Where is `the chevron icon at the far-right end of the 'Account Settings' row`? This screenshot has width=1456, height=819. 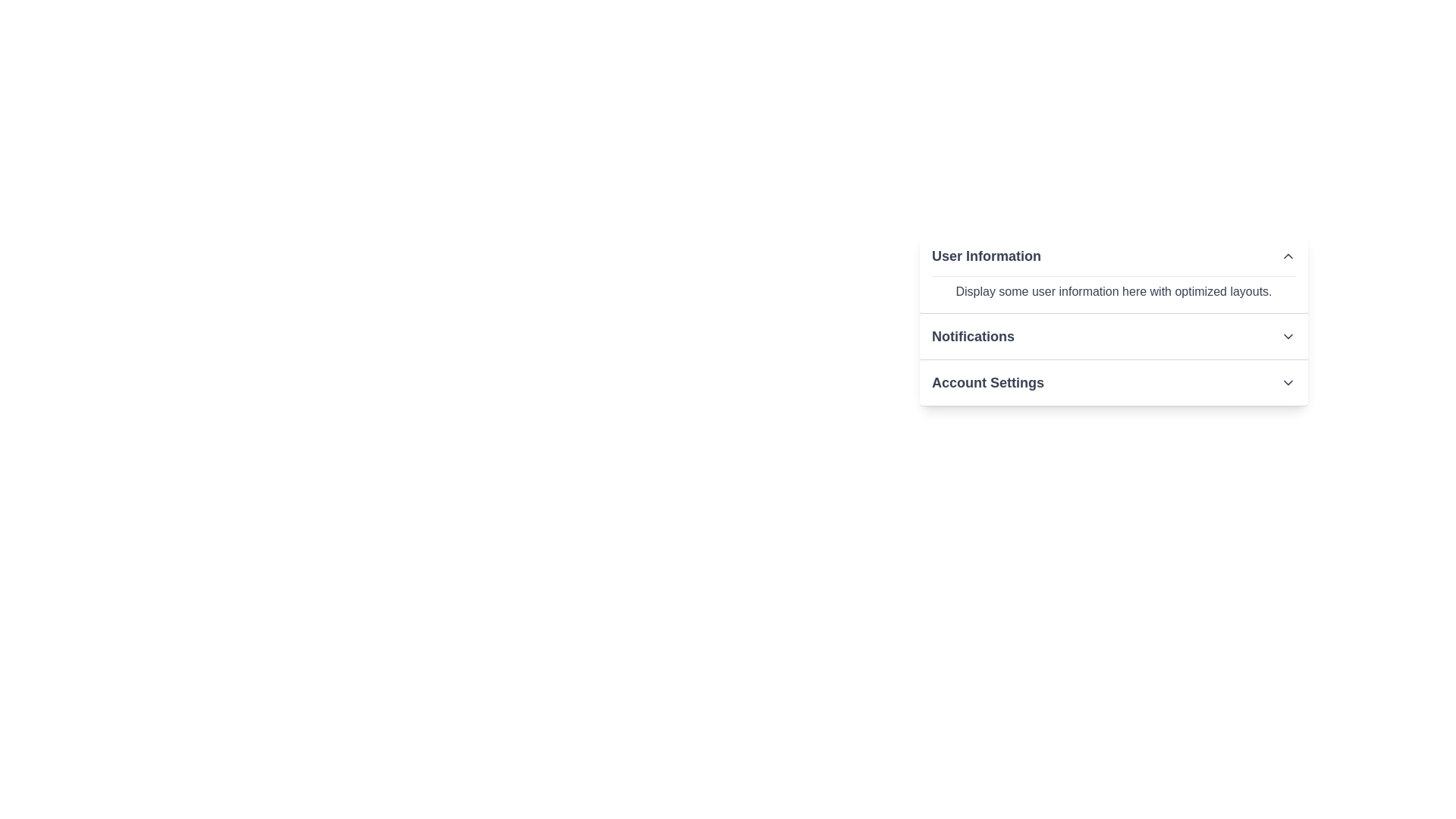 the chevron icon at the far-right end of the 'Account Settings' row is located at coordinates (1288, 382).